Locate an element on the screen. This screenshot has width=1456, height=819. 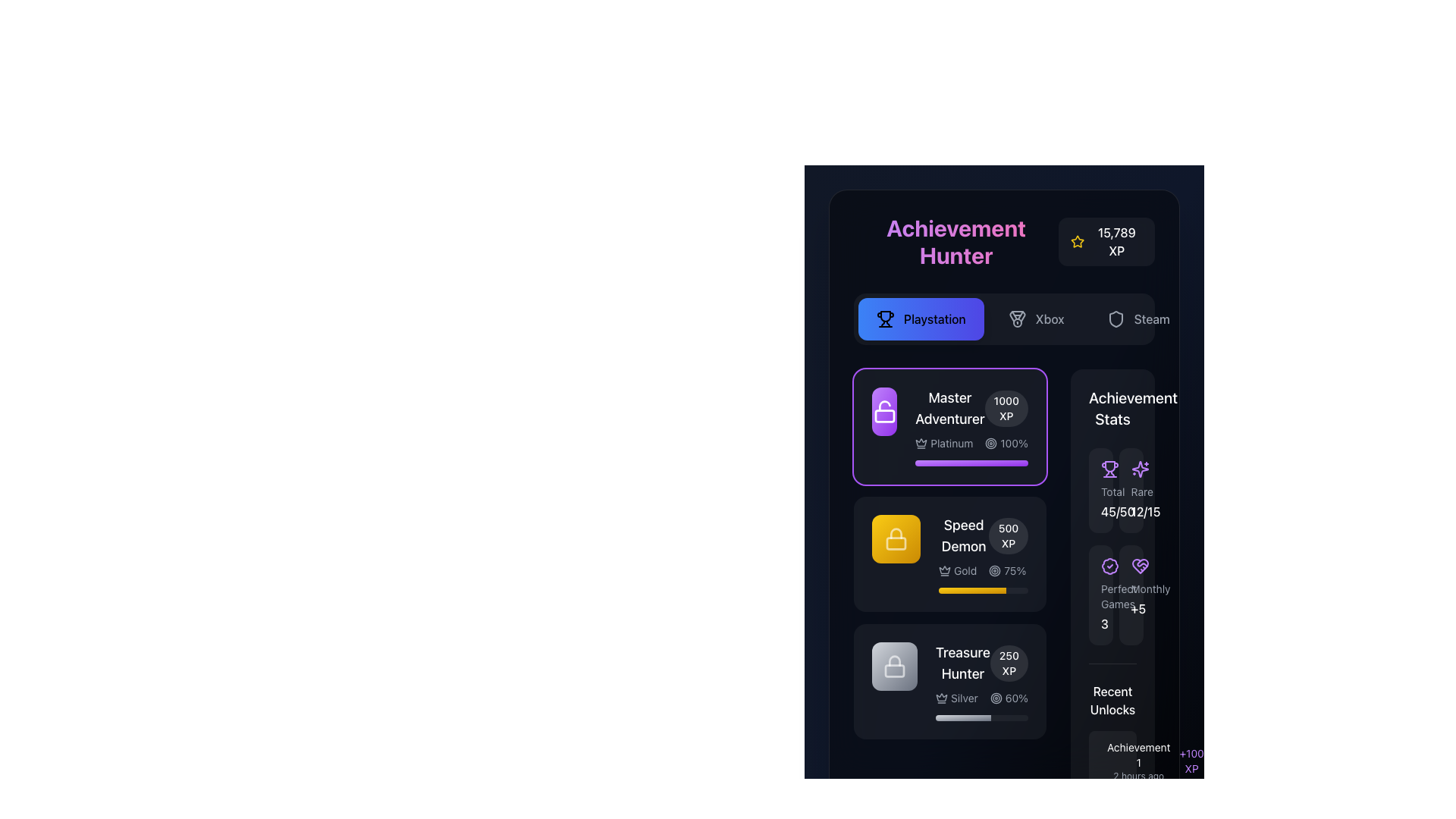
the segmented control for selecting gaming platforms (PlayStation, Xbox, Steam) located below the 'Achievement Hunter' header is located at coordinates (1004, 318).